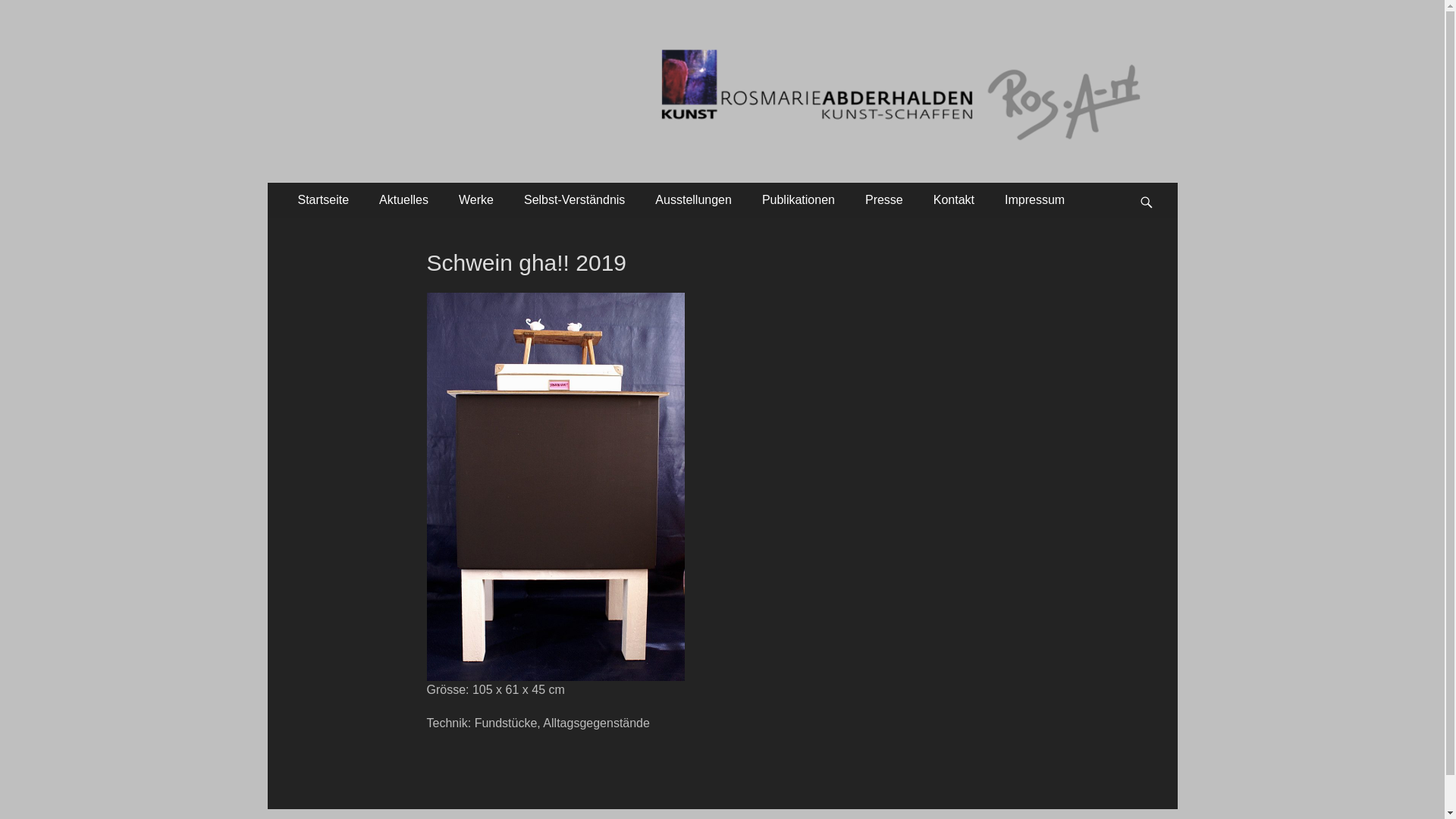  What do you see at coordinates (797, 199) in the screenshot?
I see `'Publikationen'` at bounding box center [797, 199].